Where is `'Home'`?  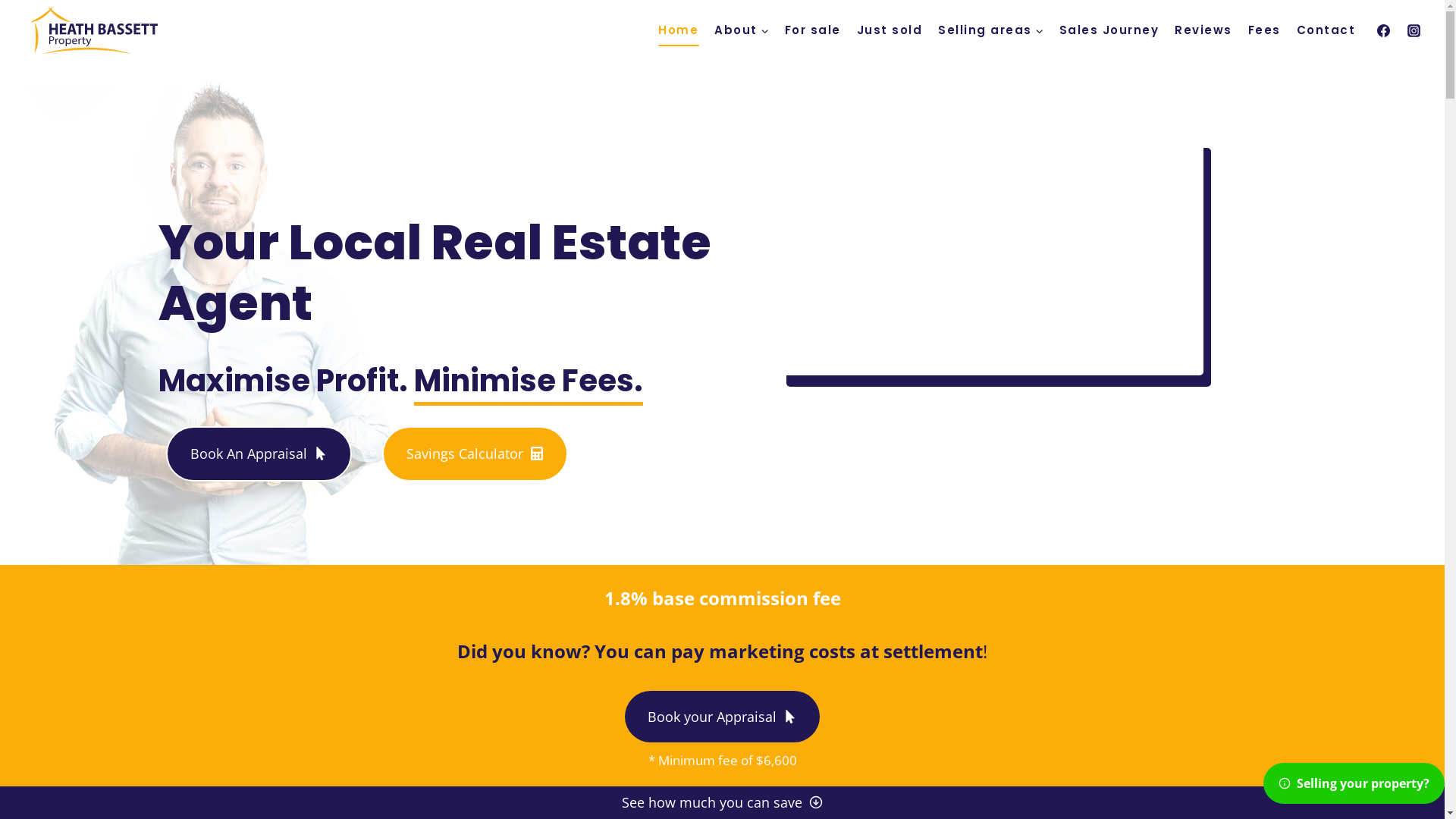 'Home' is located at coordinates (651, 30).